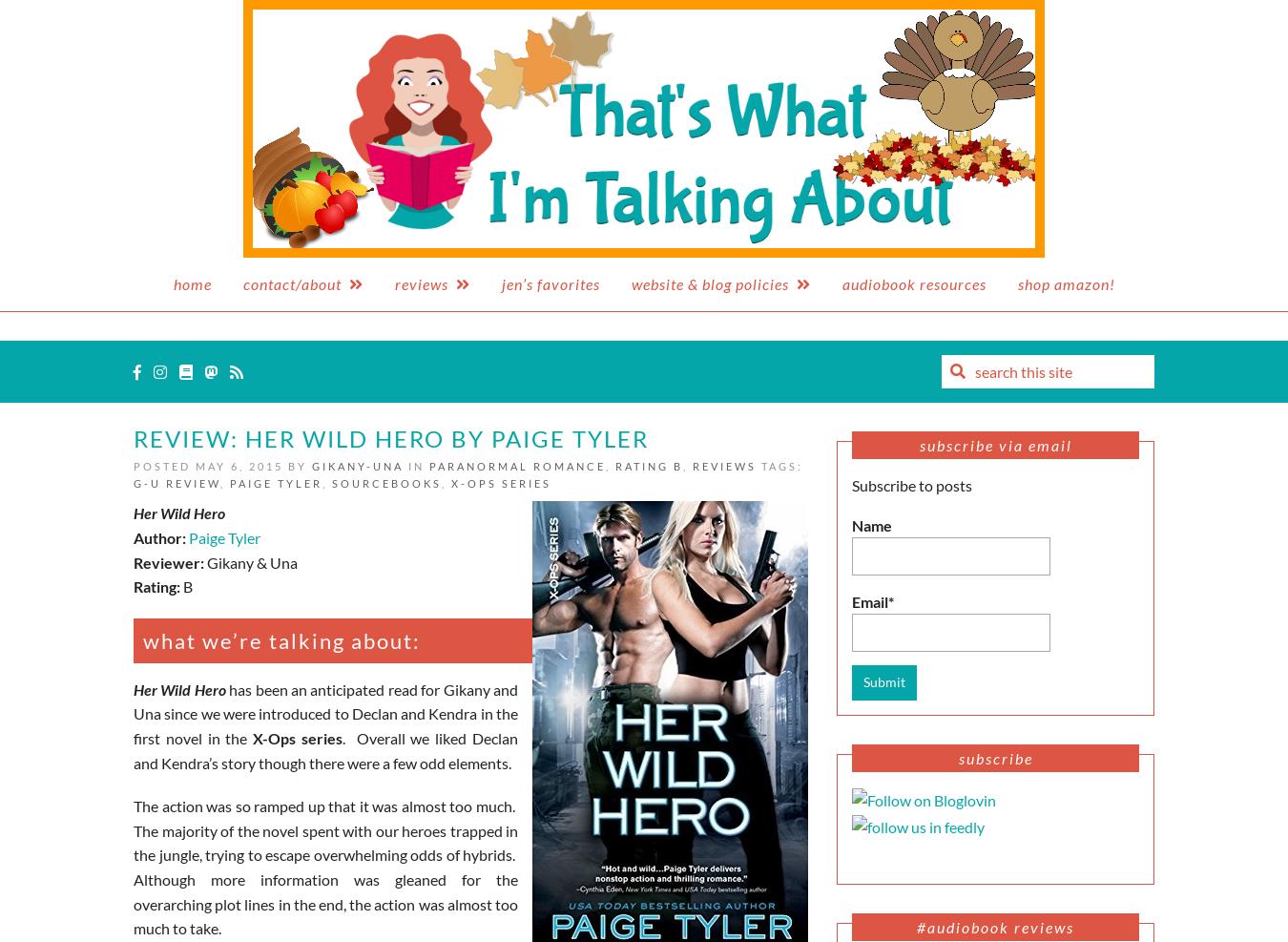 The width and height of the screenshot is (1288, 942). I want to click on 'Reviewer:', so click(168, 560).